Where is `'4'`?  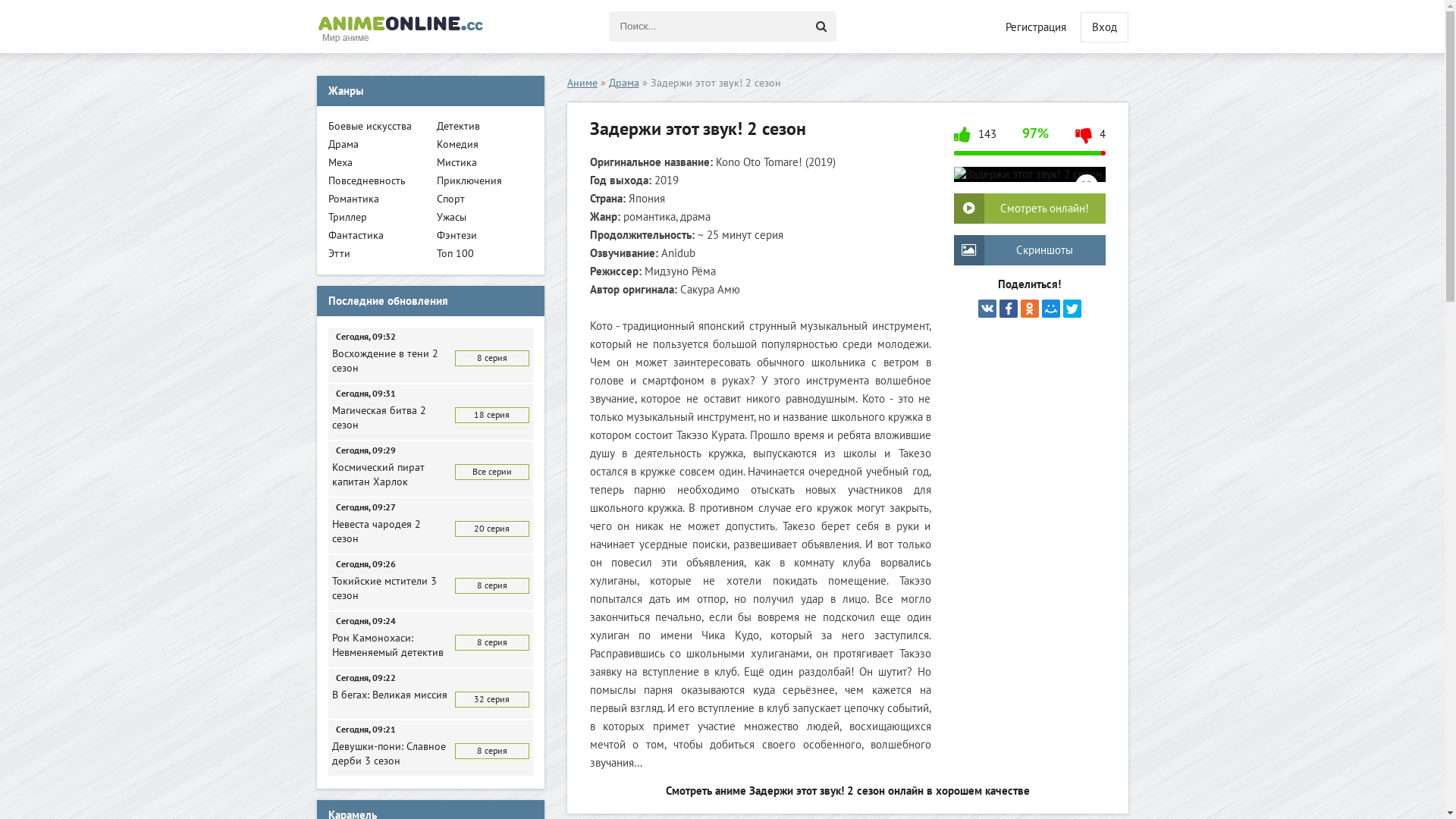 '4' is located at coordinates (1090, 140).